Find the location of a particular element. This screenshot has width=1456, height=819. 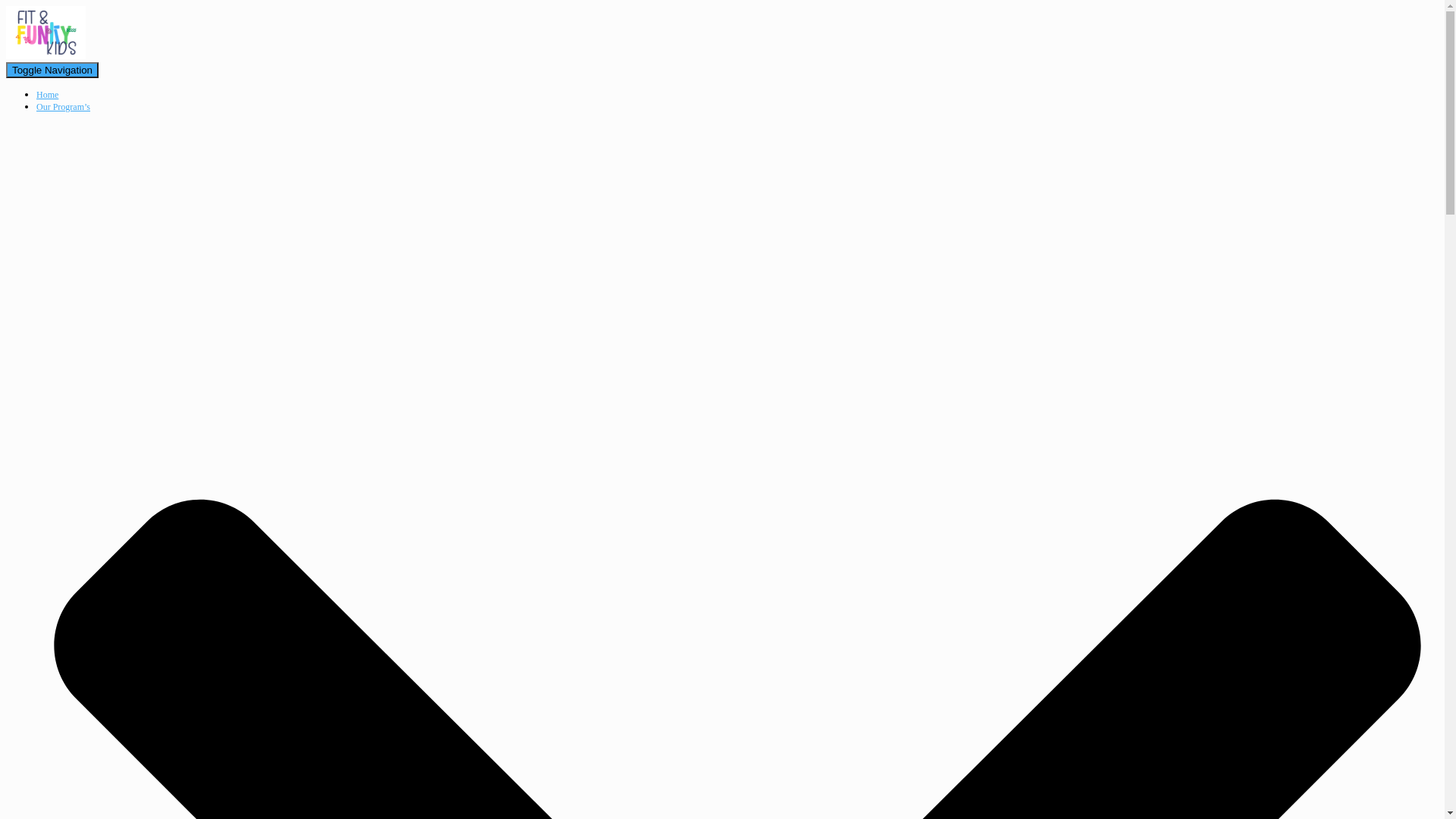

'Fit and Funky Kids' is located at coordinates (45, 55).